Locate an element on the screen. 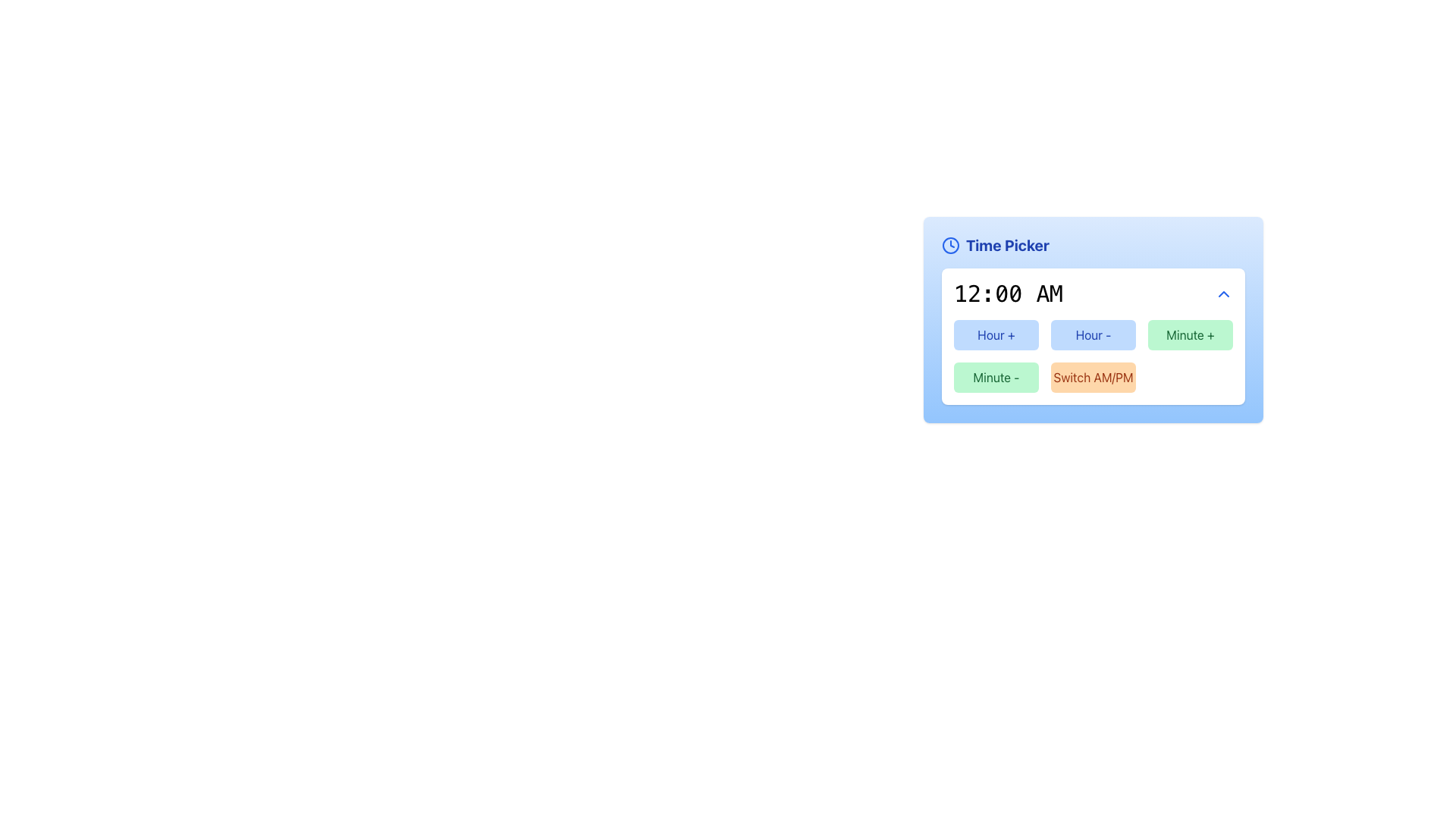  the 'Hour +' button, which is a light blue rectangular button with rounded corners and blue text is located at coordinates (996, 334).